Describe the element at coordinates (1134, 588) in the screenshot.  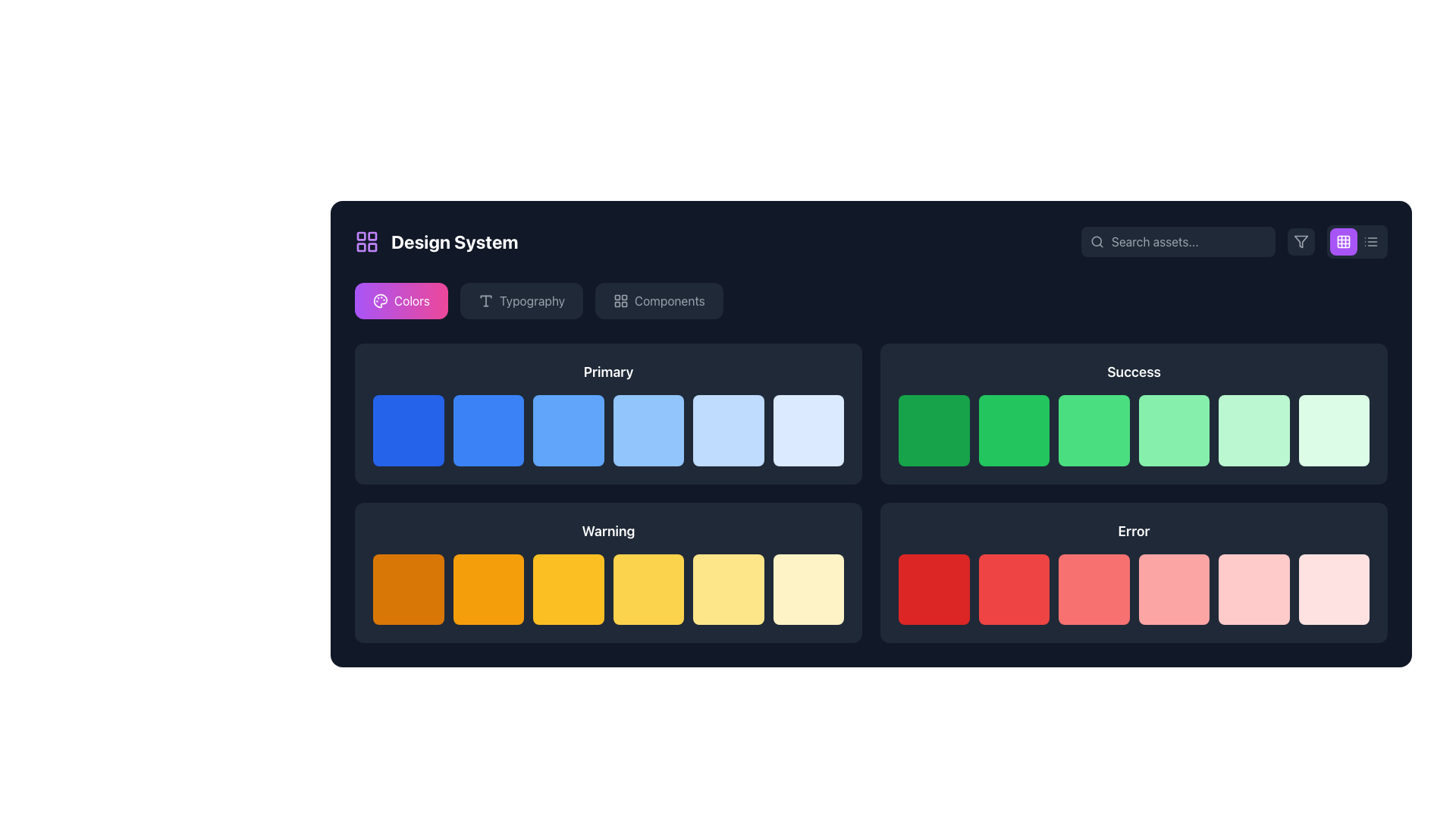
I see `the third square in the horizontal color swatch representing shades of red within the 'Error' section` at that location.